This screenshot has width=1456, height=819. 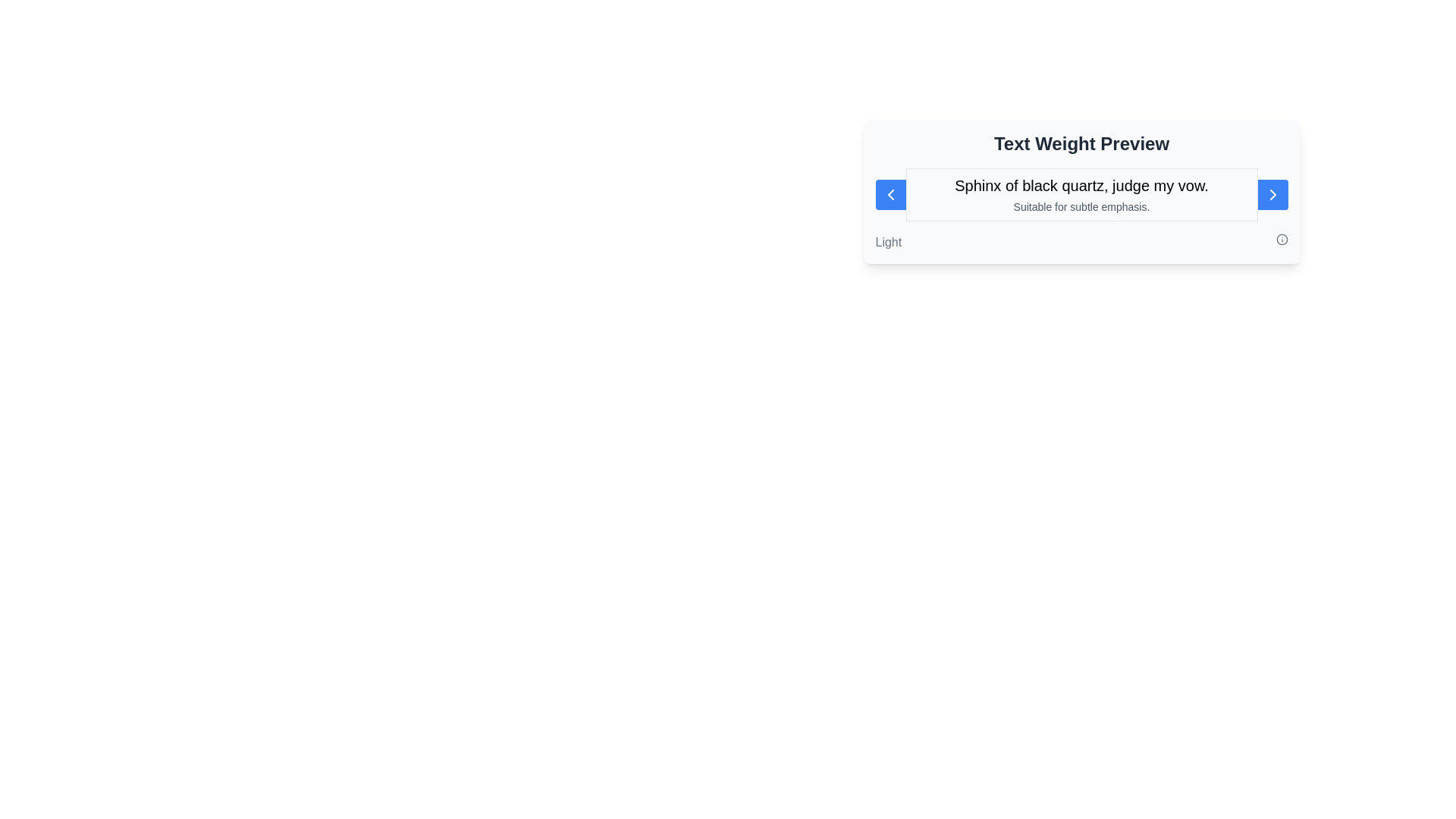 I want to click on the blue rectangular button with rounded right corners and a white rightward arrow icon at its center, located at the far right of the 'Text Weight Preview' box, so click(x=1272, y=194).